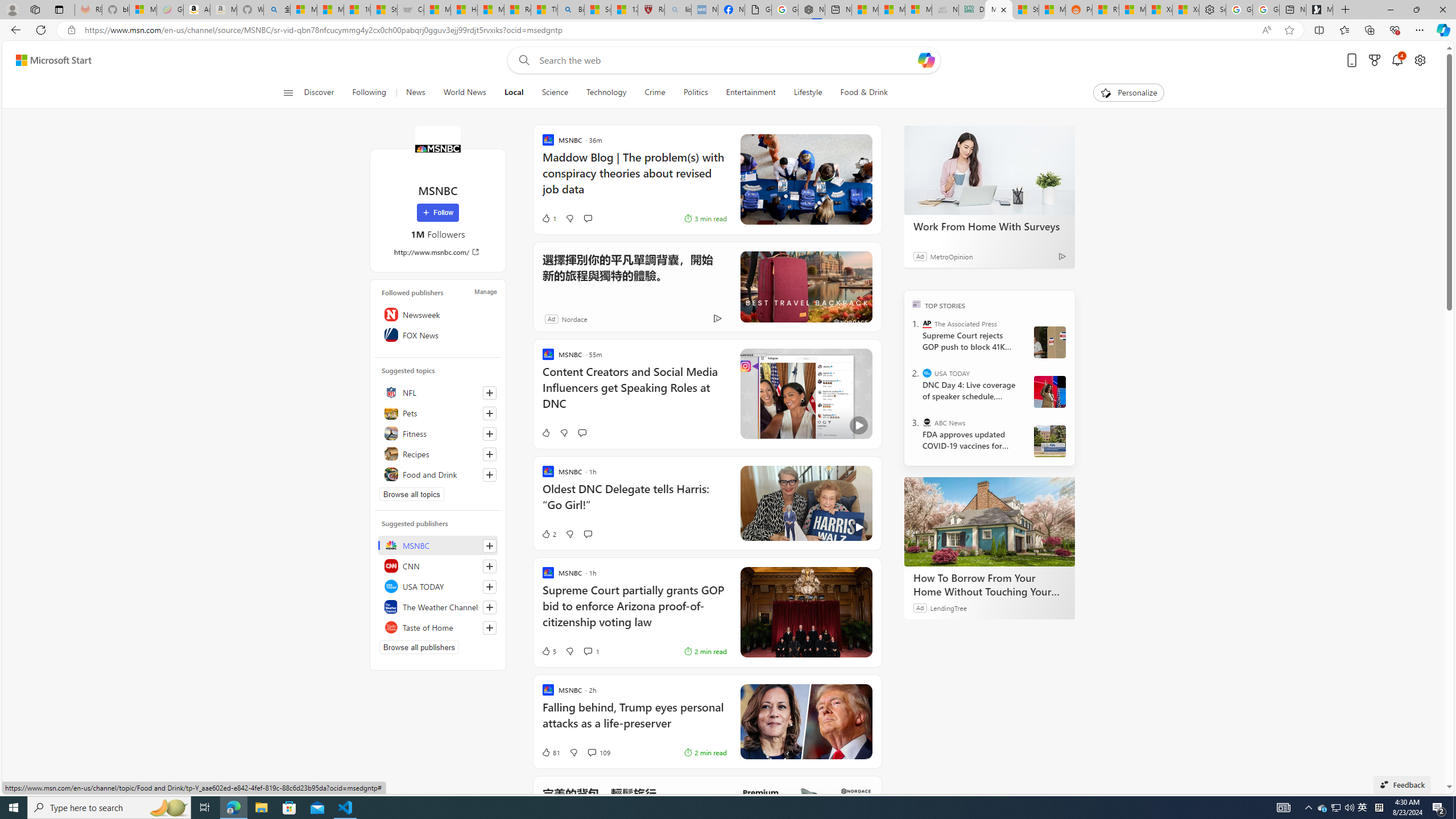 The height and width of the screenshot is (819, 1456). What do you see at coordinates (988, 169) in the screenshot?
I see `'Work From Home With Surveys'` at bounding box center [988, 169].